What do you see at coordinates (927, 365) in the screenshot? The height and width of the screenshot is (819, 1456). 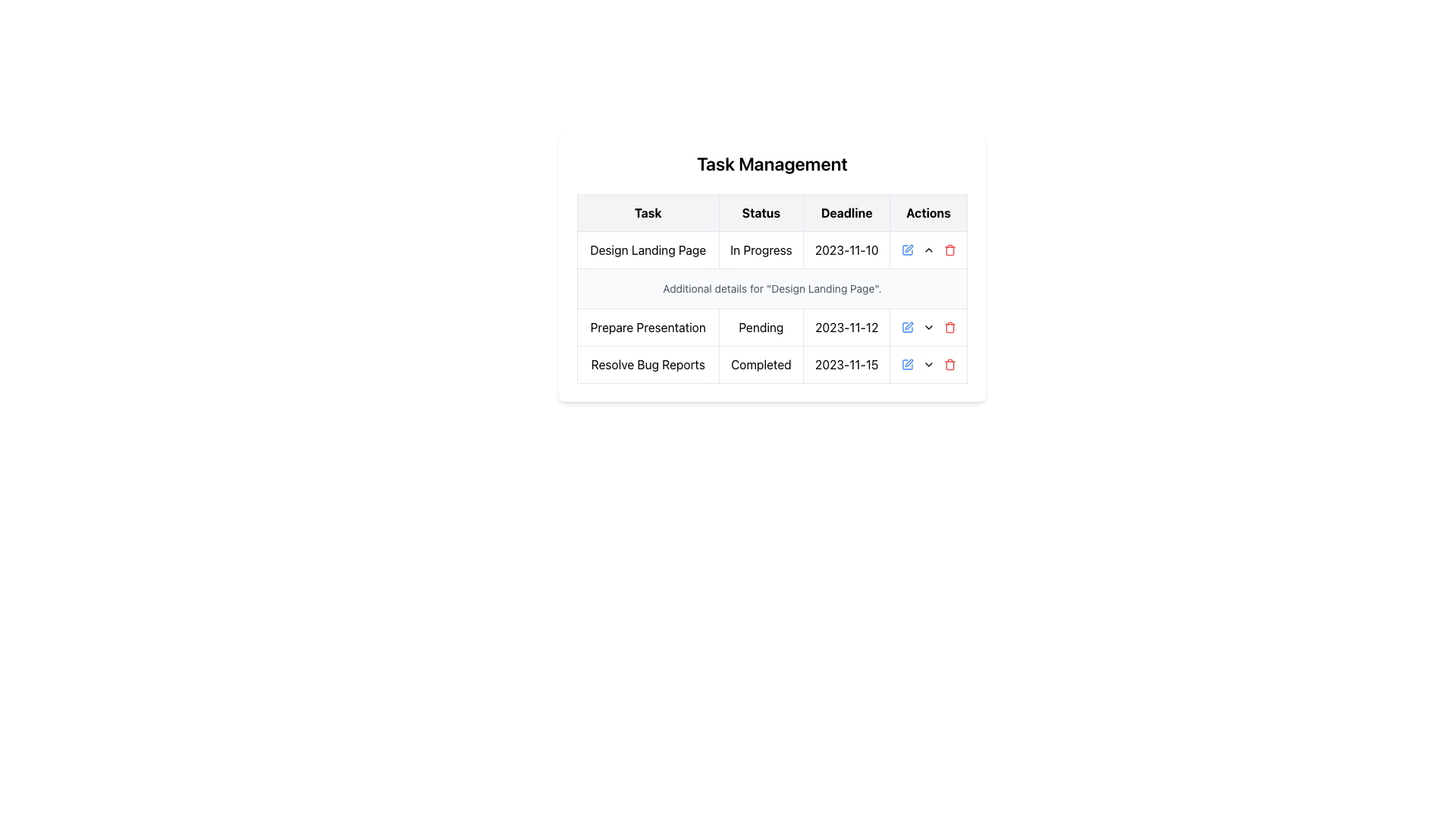 I see `the button located in the second row under the Actions column, which is to the left of the trash can icon and to the right of the text in the Status column` at bounding box center [927, 365].